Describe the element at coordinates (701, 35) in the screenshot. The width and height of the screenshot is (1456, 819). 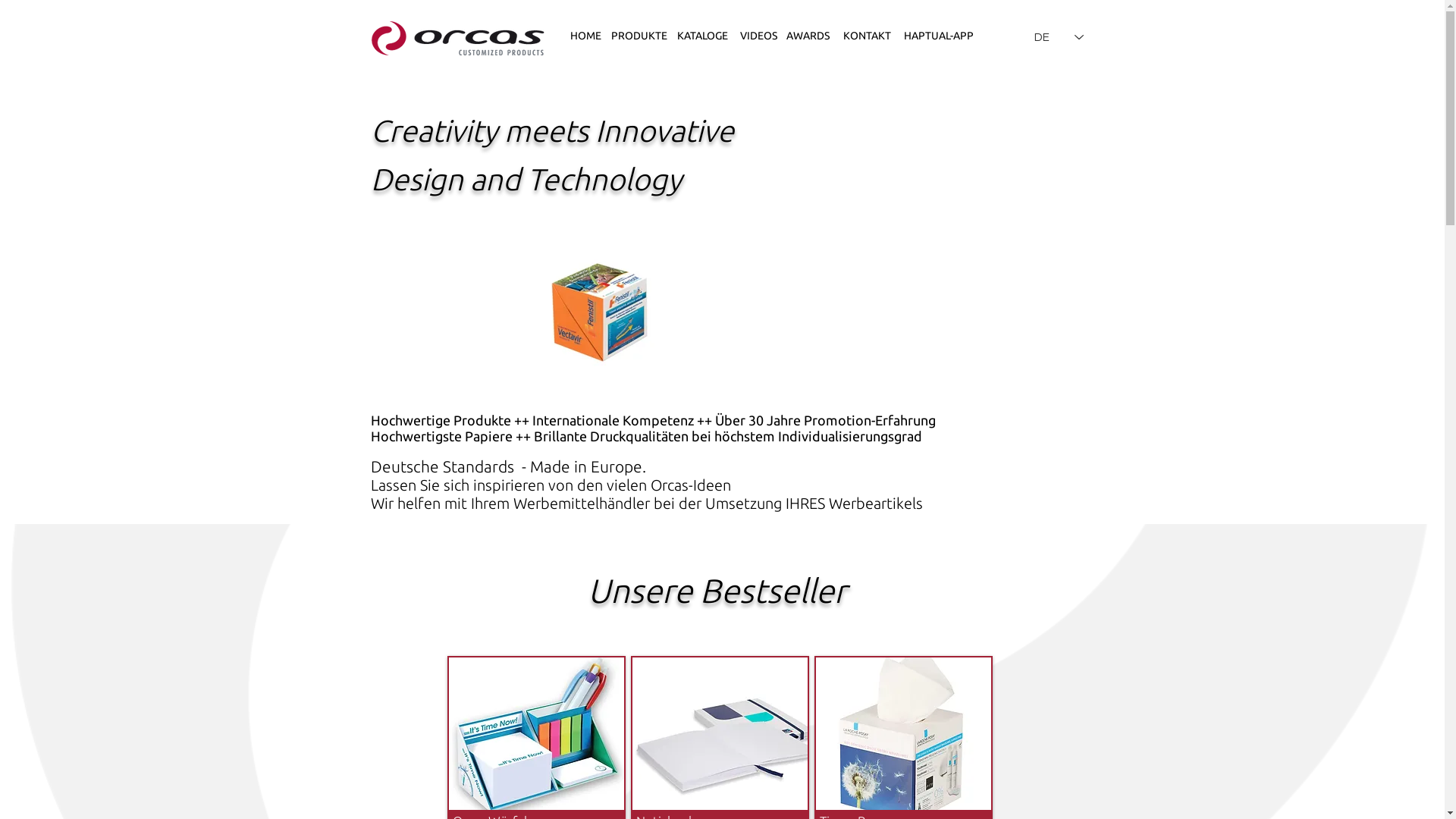
I see `'KATALOGE'` at that location.